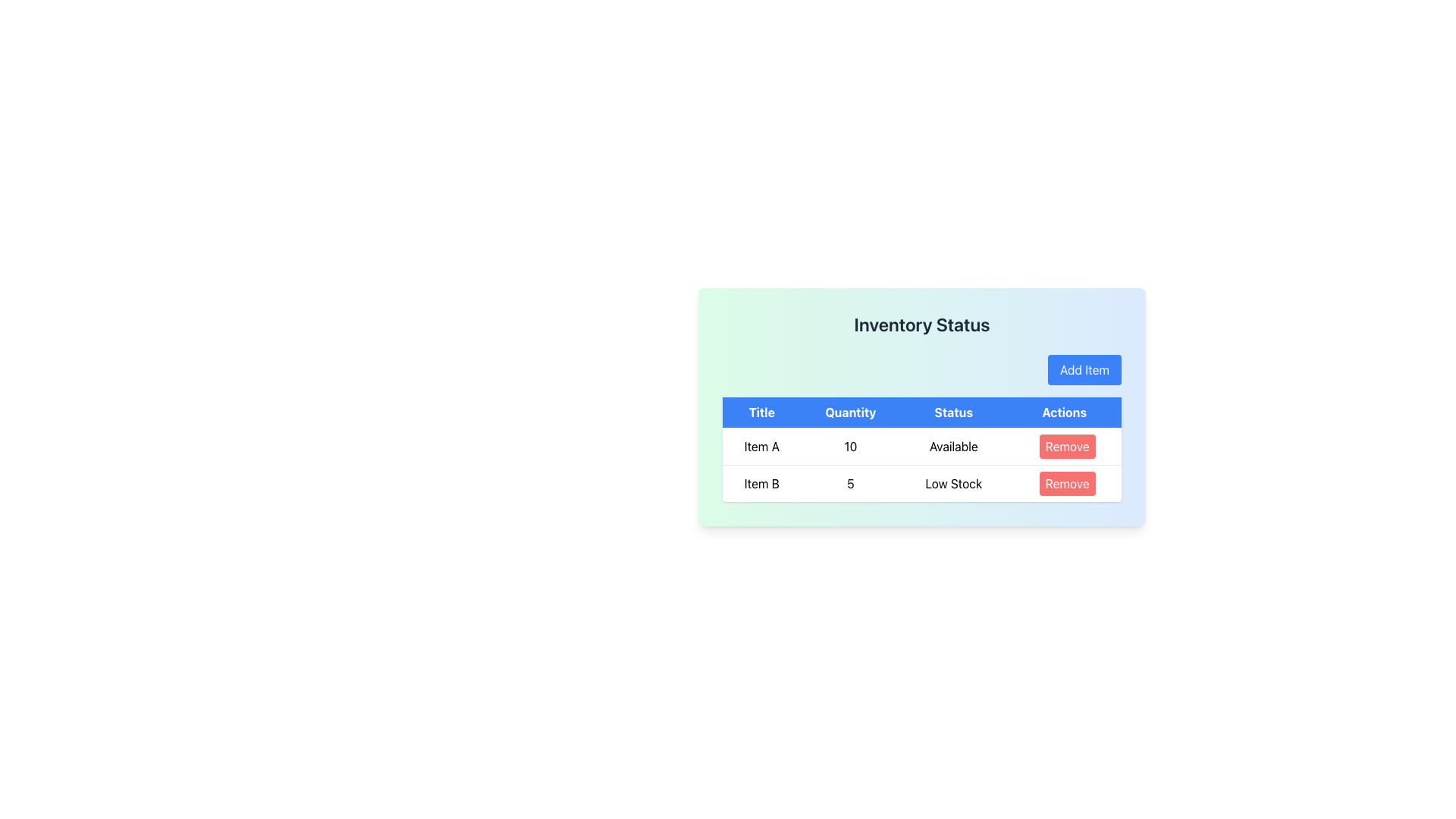 The height and width of the screenshot is (819, 1456). I want to click on numeric value '5' displayed in the Label under the 'Quantity' column for 'Item B' in the table layout, so click(850, 483).